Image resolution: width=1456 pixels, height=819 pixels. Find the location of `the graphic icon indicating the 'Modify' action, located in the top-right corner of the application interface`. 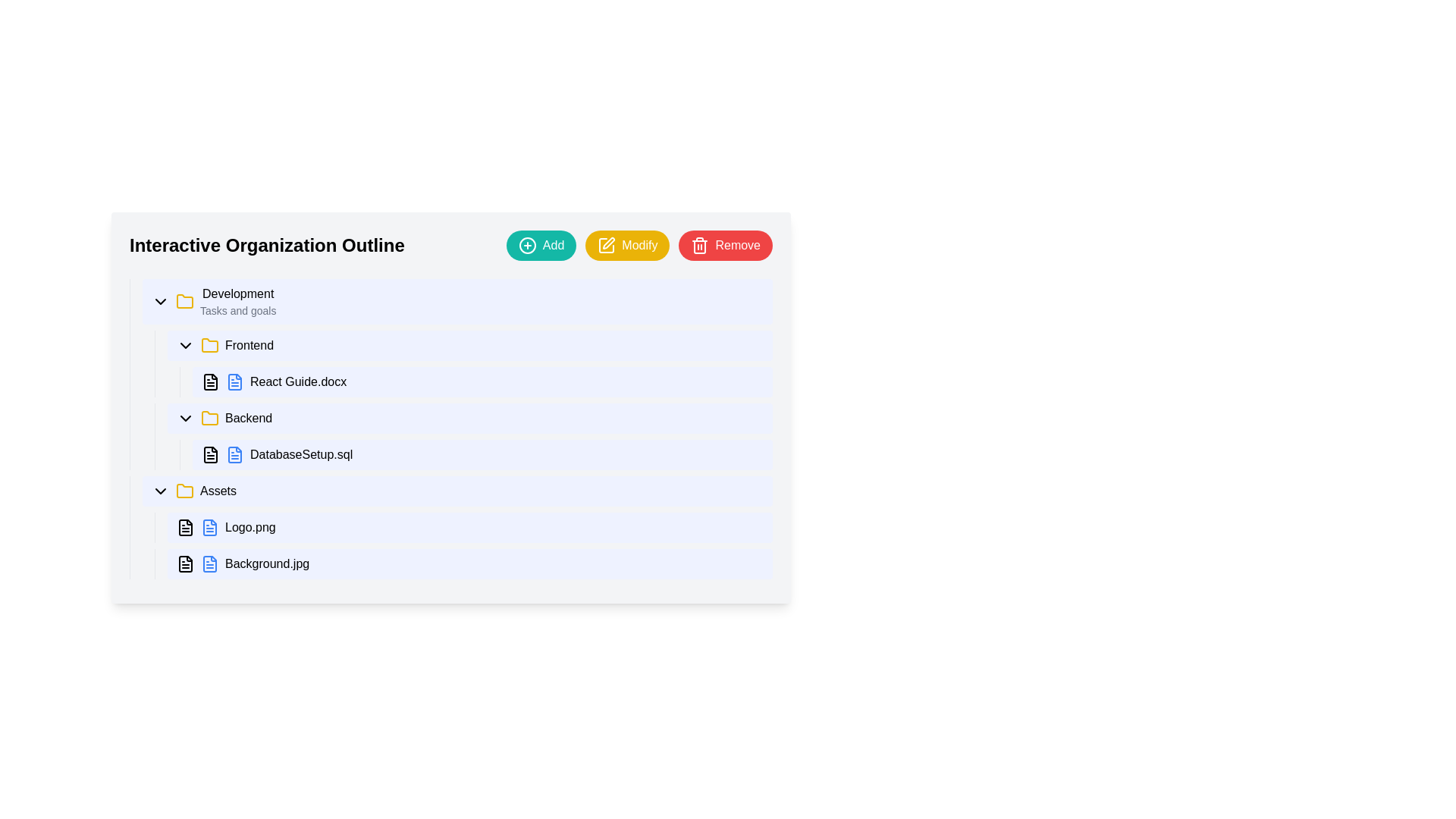

the graphic icon indicating the 'Modify' action, located in the top-right corner of the application interface is located at coordinates (609, 242).